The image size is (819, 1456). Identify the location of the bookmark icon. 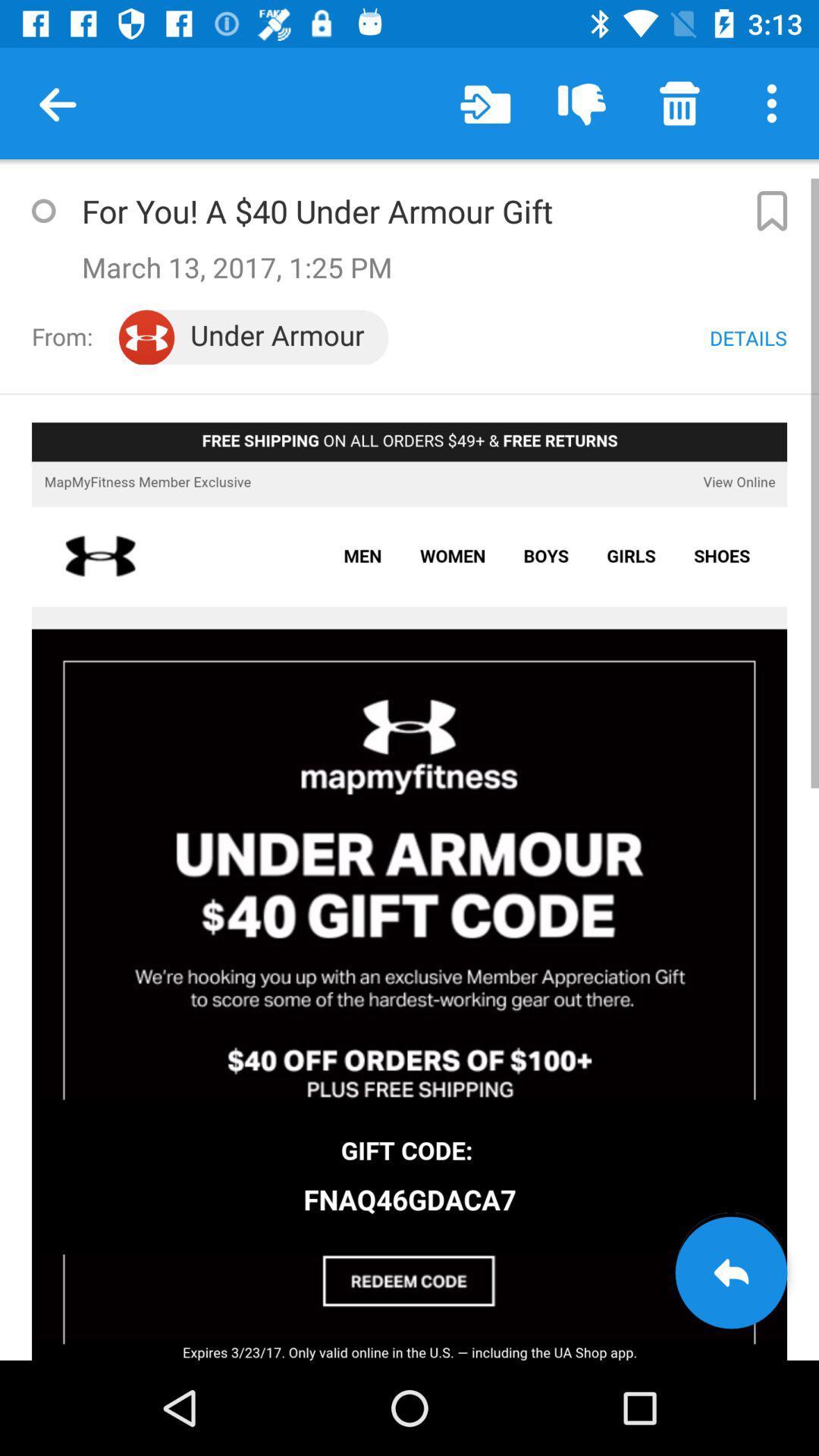
(771, 210).